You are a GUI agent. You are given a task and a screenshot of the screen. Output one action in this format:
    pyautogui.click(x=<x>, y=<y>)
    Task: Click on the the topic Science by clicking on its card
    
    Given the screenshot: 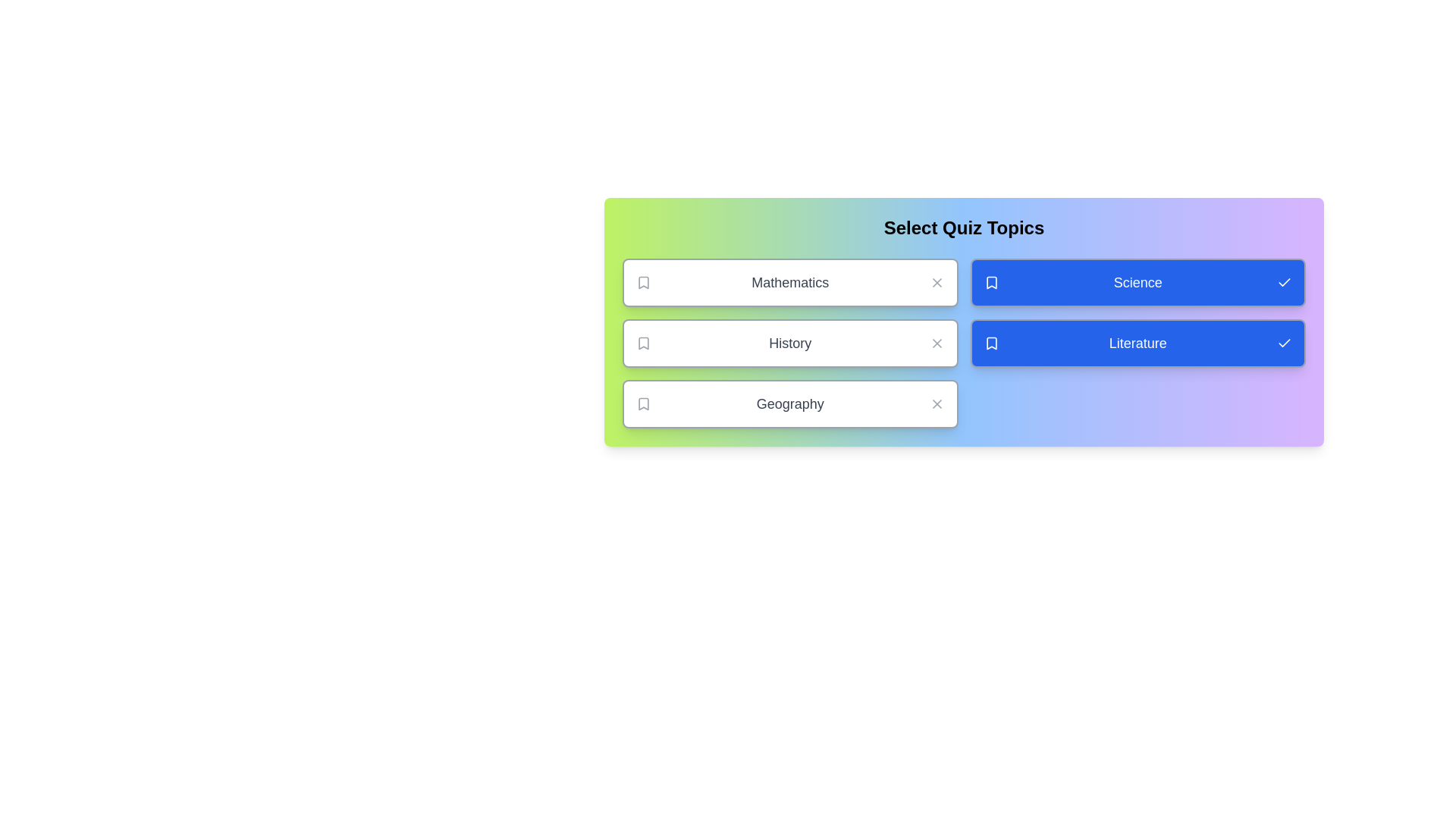 What is the action you would take?
    pyautogui.click(x=1137, y=283)
    